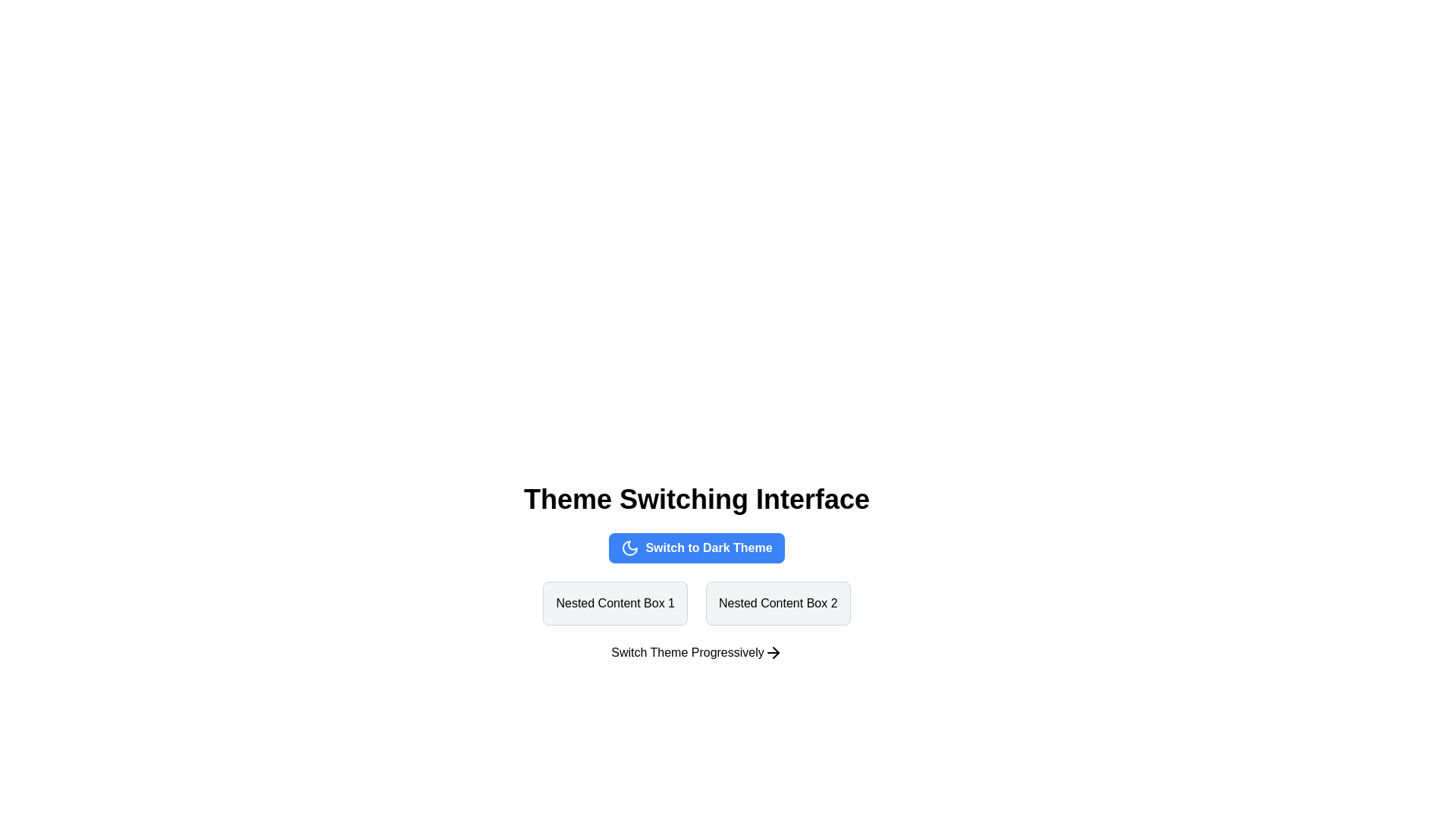 The height and width of the screenshot is (819, 1456). I want to click on the dark theme switch icon located within the blue button labeled 'Switch to Dark Theme', positioned to the left of the text, so click(630, 548).